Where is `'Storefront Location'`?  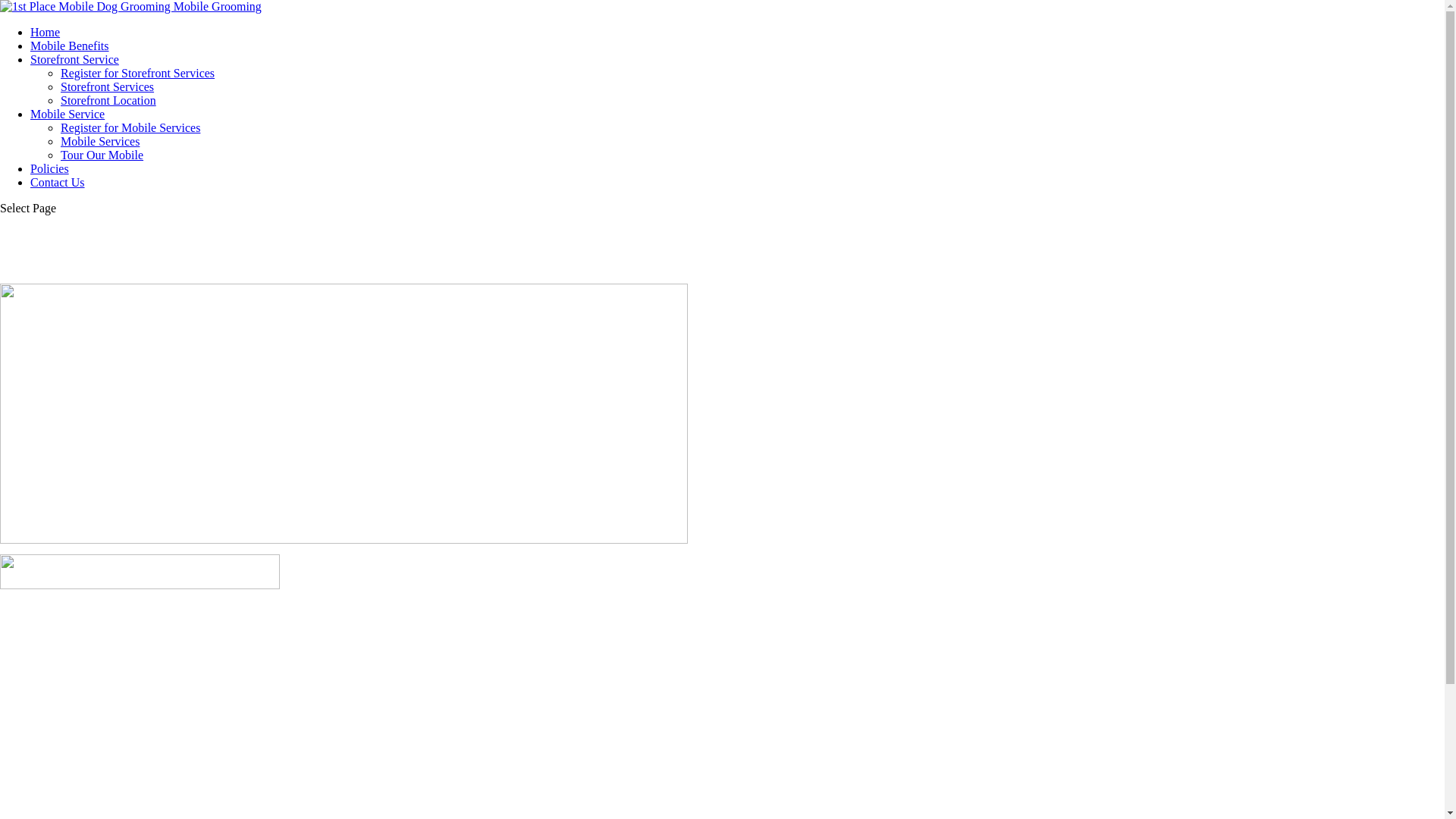 'Storefront Location' is located at coordinates (108, 100).